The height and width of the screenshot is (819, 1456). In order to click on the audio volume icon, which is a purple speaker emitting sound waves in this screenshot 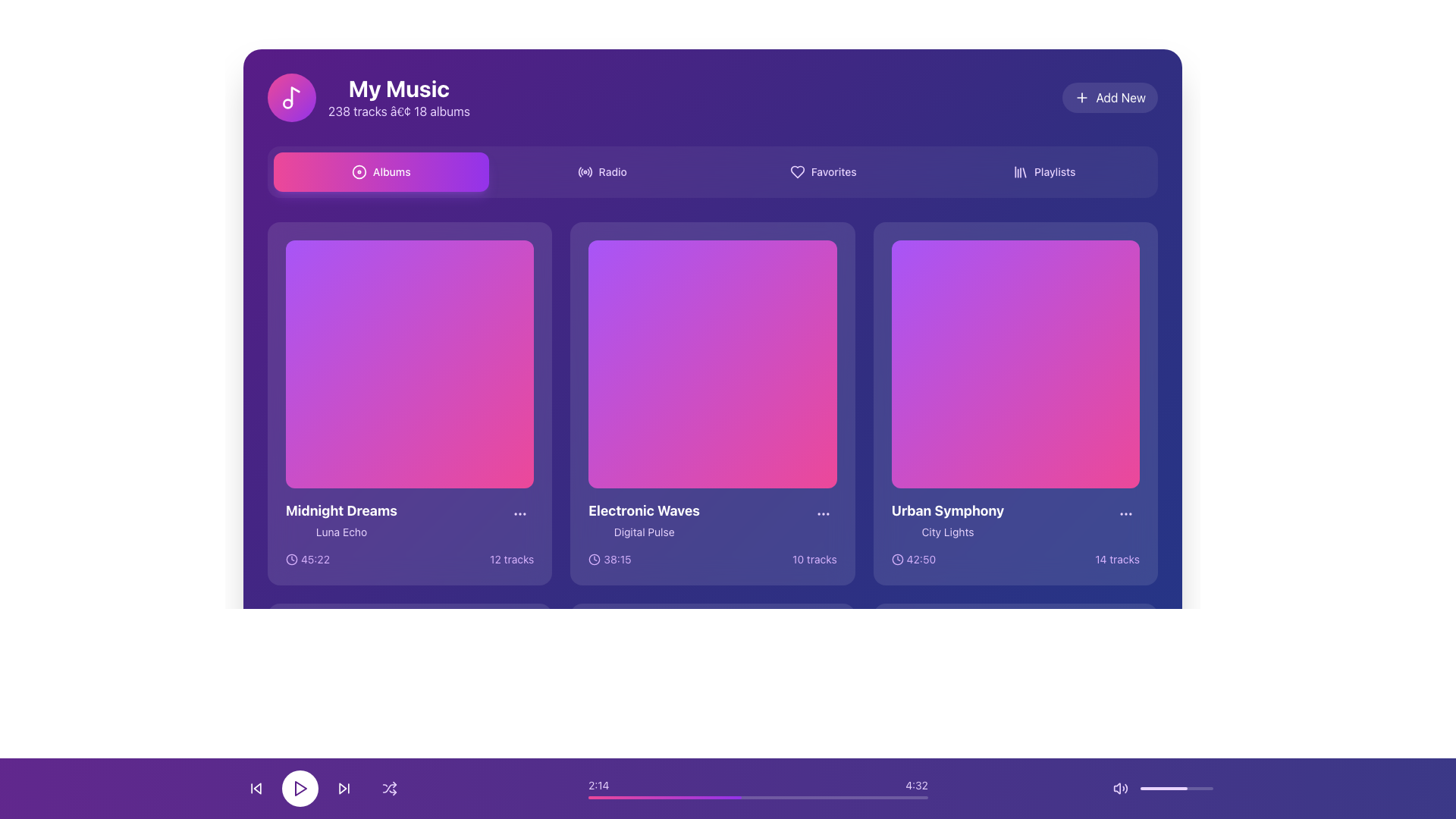, I will do `click(1121, 788)`.